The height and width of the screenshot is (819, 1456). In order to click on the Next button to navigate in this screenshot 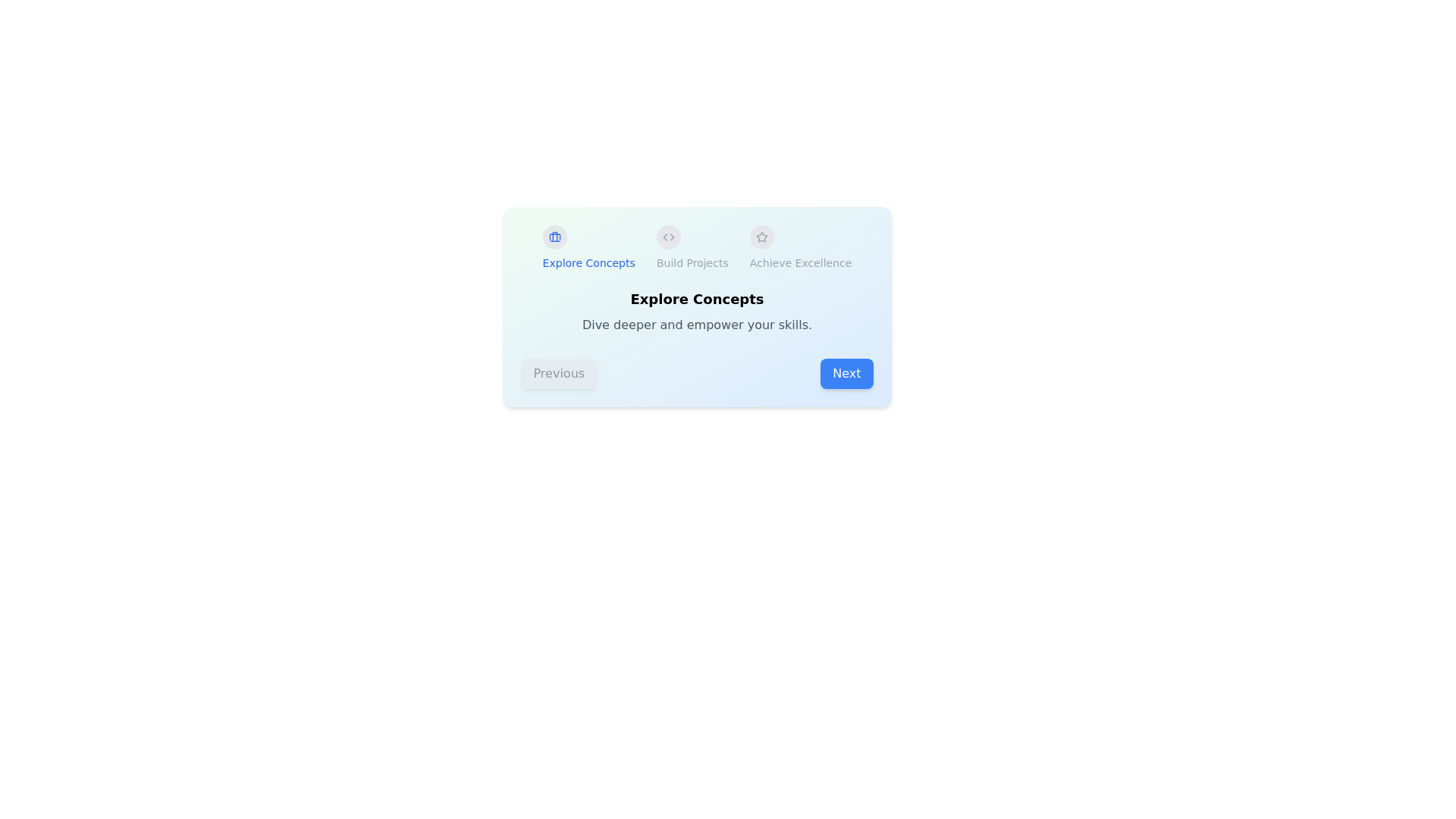, I will do `click(846, 374)`.